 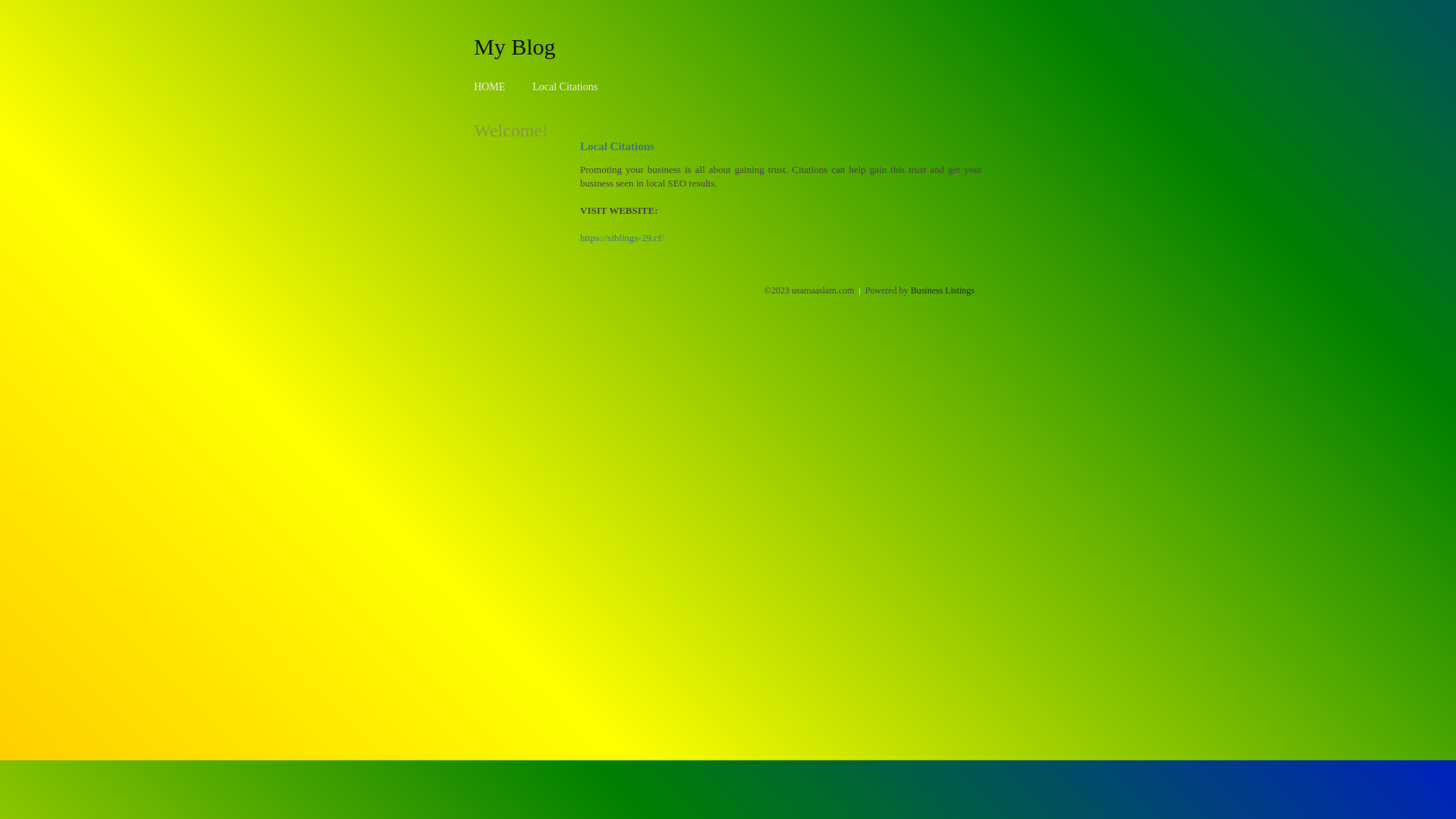 I want to click on 'My Blog', so click(x=472, y=45).